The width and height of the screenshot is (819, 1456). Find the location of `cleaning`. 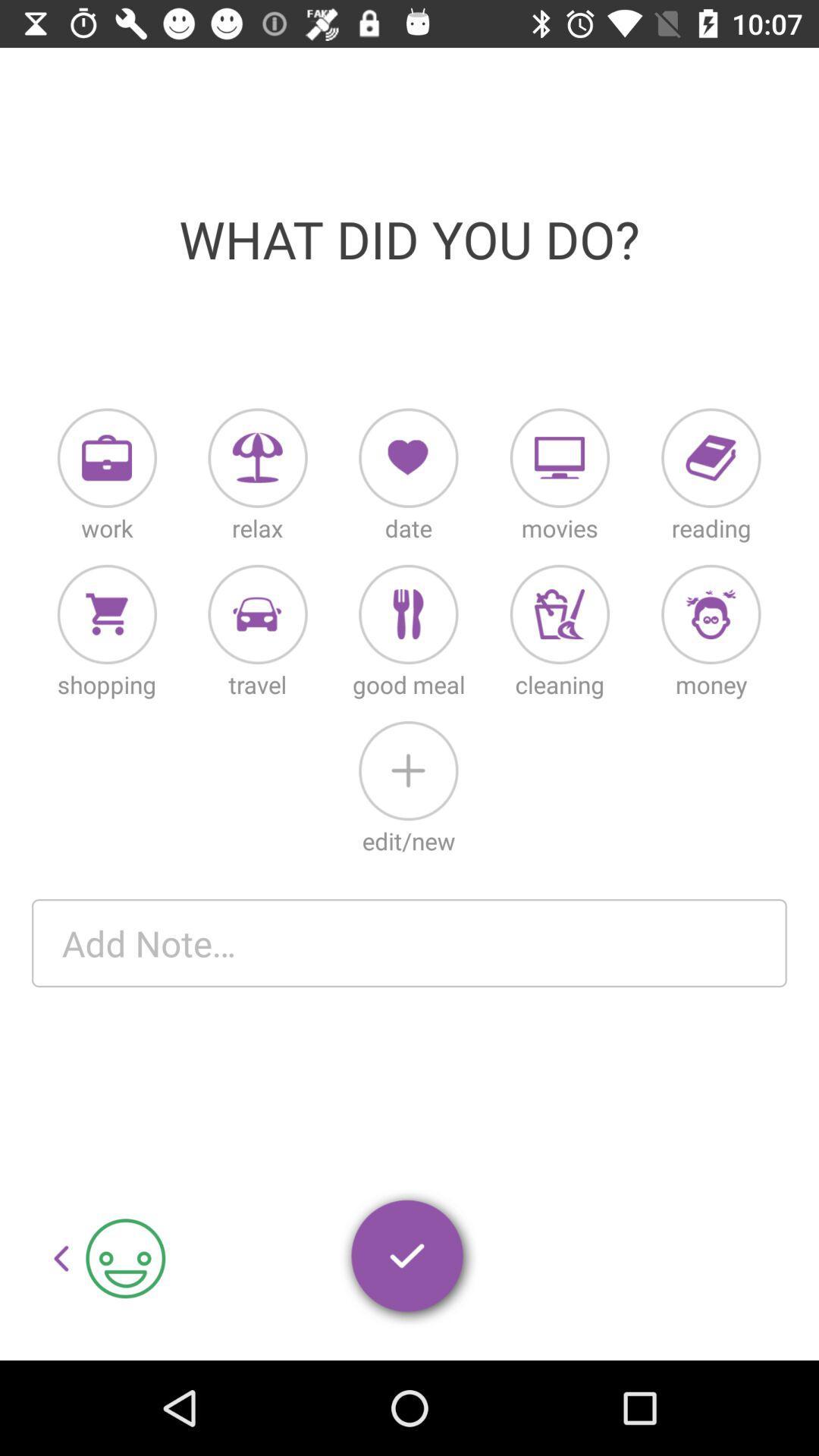

cleaning is located at coordinates (560, 614).